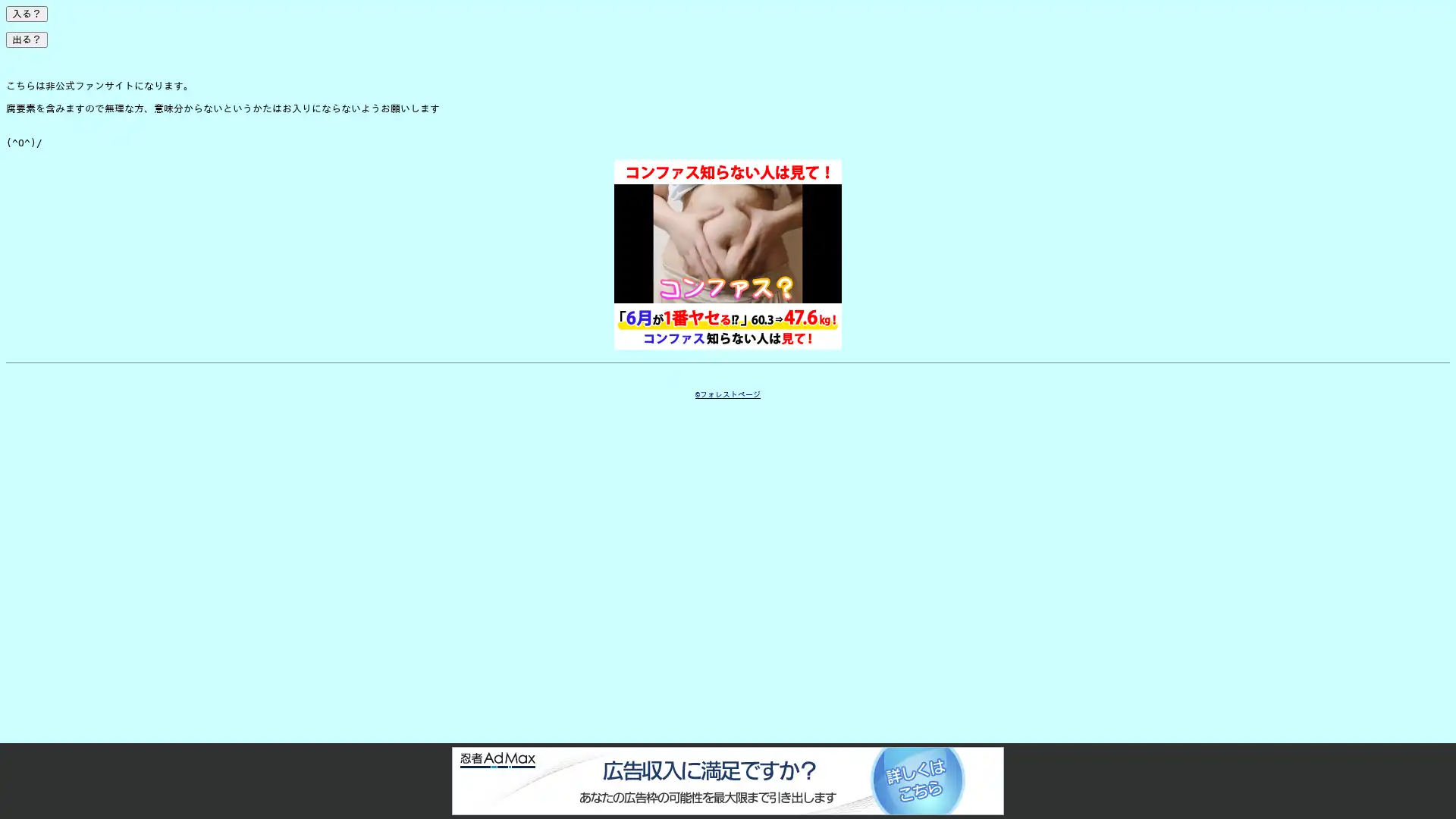 The image size is (1456, 819). What do you see at coordinates (27, 39) in the screenshot?
I see `?` at bounding box center [27, 39].